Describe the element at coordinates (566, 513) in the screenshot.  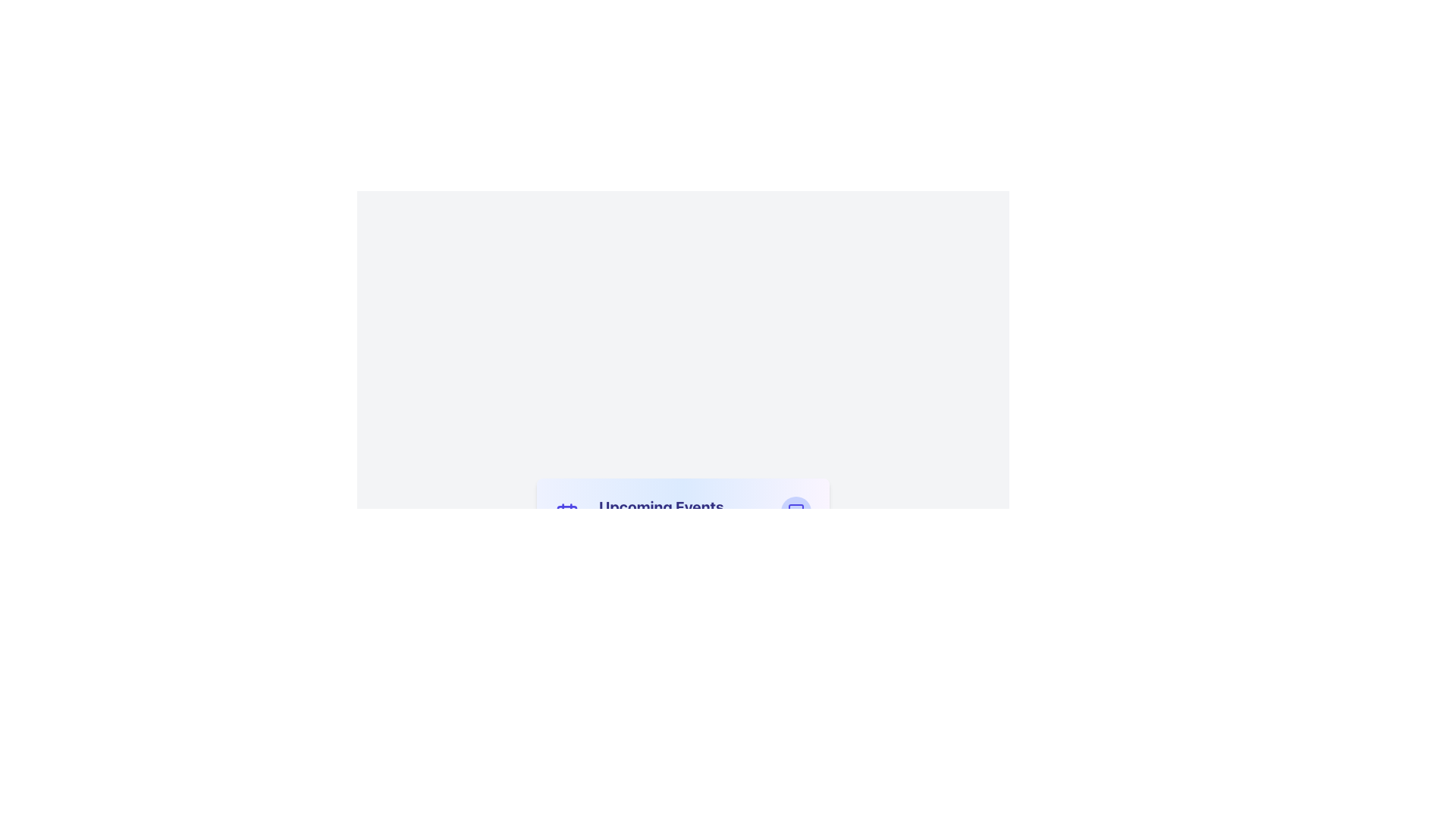
I see `the calendar icon located to the left of the 'Upcoming Events' text block, which serves a decorative or visual cue purpose` at that location.